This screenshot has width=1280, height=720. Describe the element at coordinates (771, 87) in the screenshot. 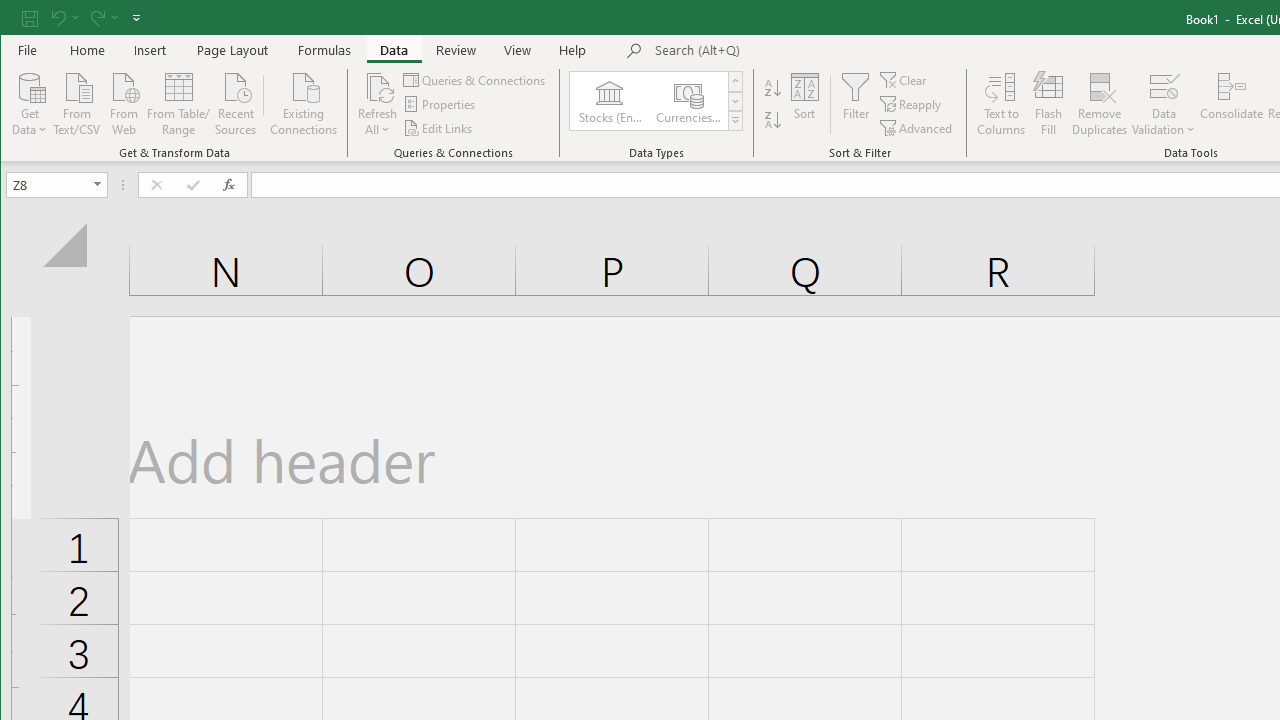

I see `'Sort A to Z'` at that location.